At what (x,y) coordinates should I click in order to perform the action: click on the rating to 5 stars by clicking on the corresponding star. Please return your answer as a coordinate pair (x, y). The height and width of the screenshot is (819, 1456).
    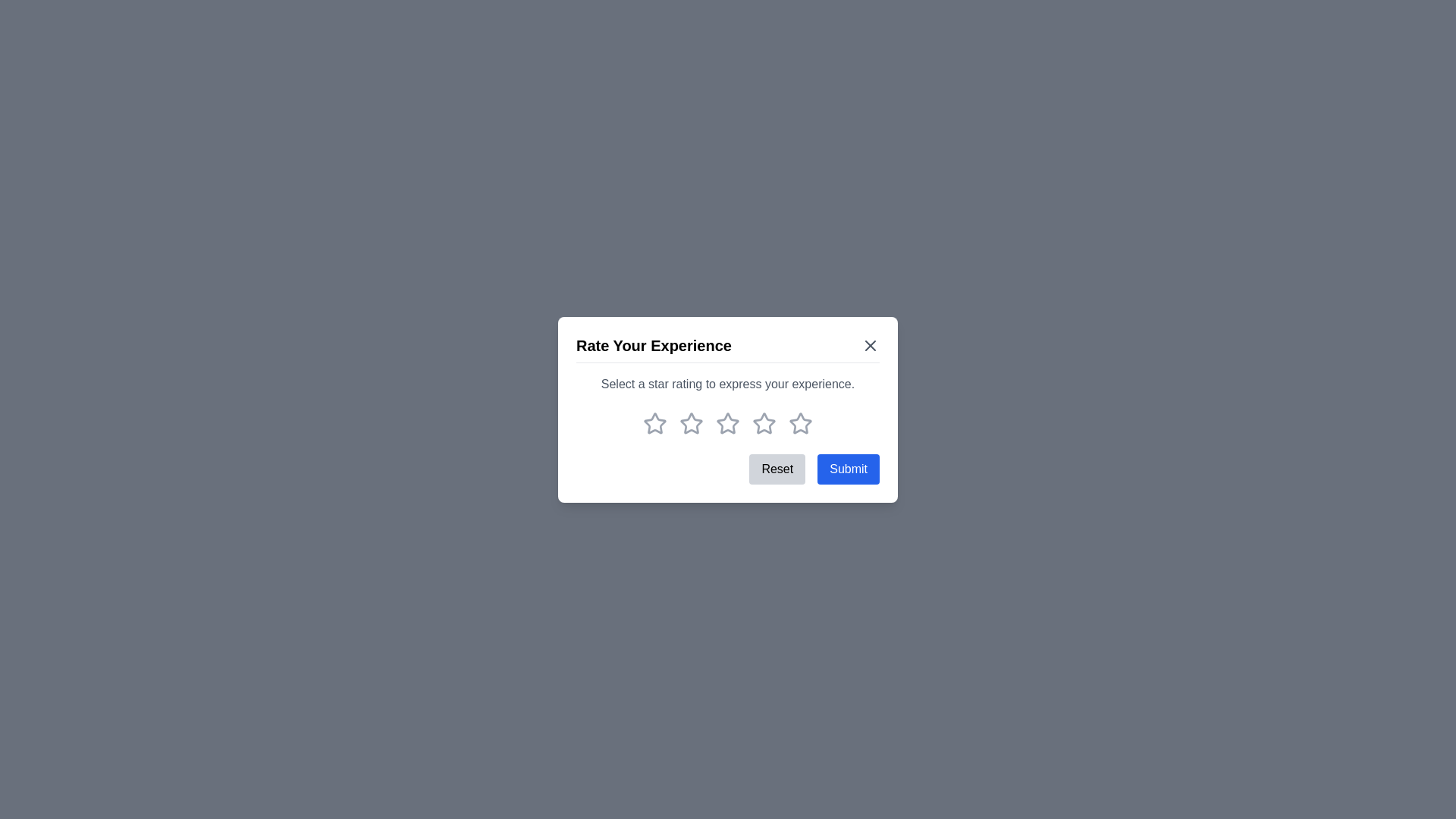
    Looking at the image, I should click on (800, 423).